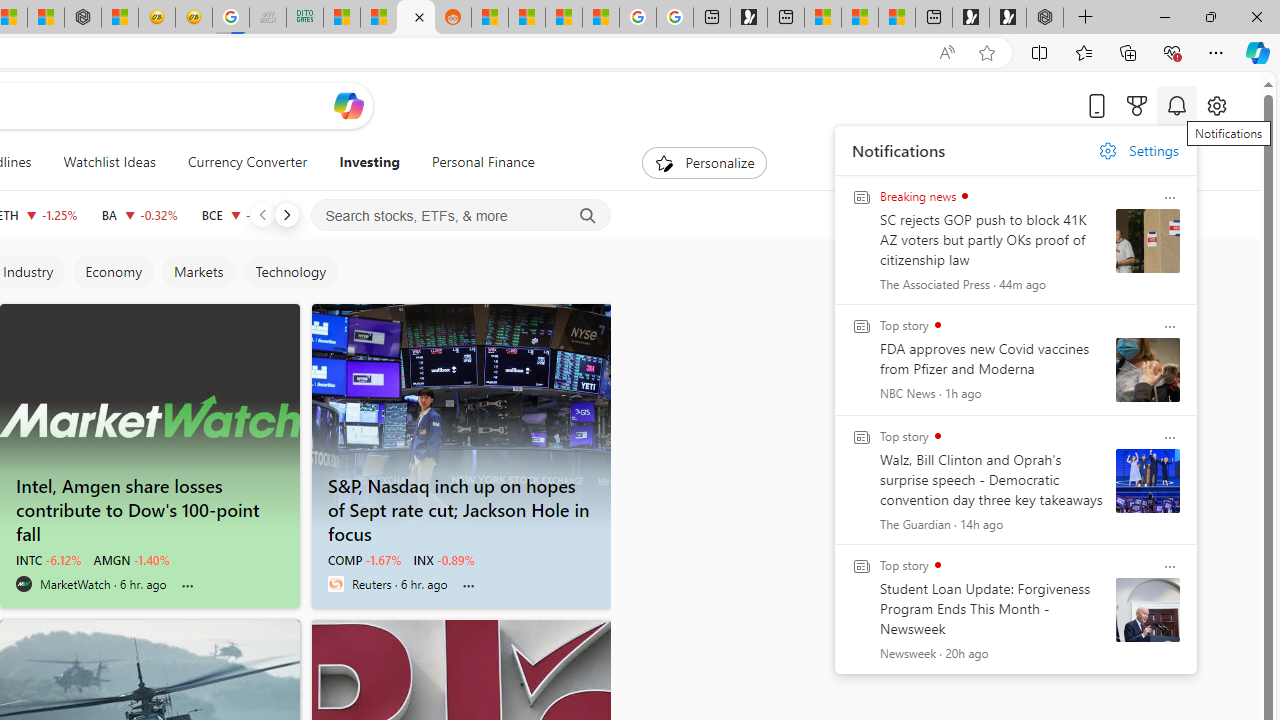 Image resolution: width=1280 pixels, height=720 pixels. What do you see at coordinates (348, 105) in the screenshot?
I see `'Open Copilot'` at bounding box center [348, 105].